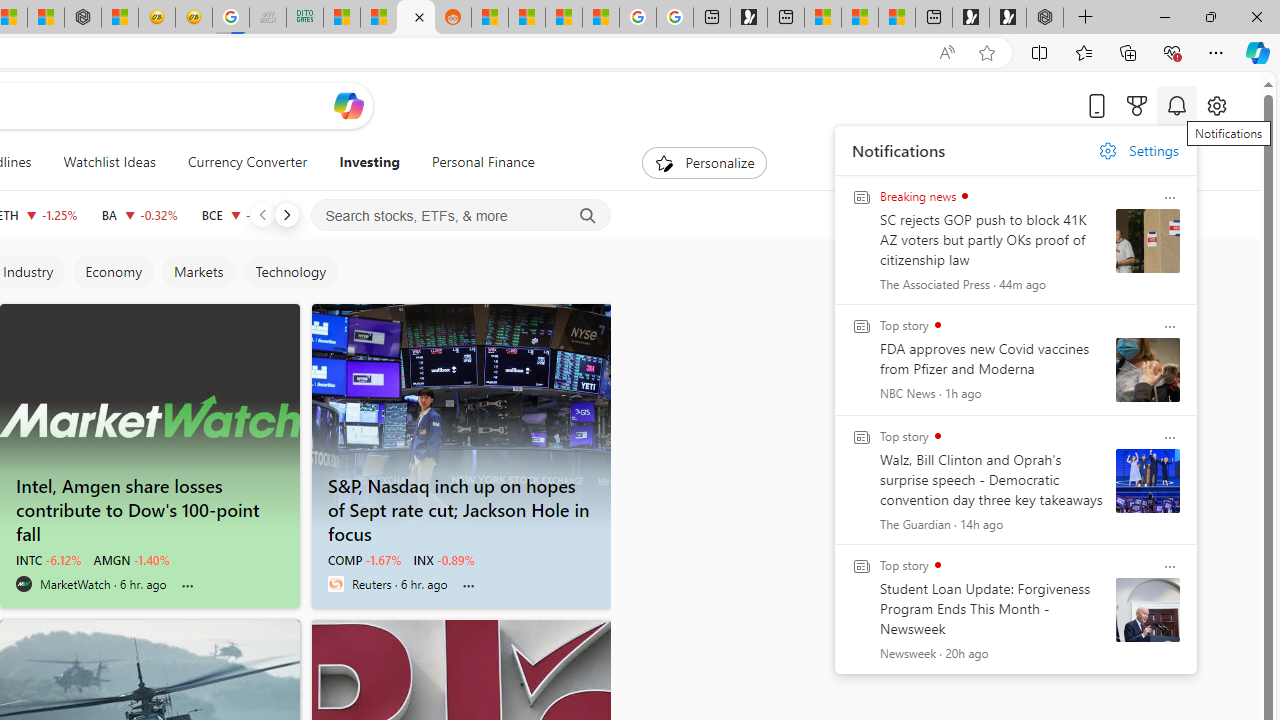 Image resolution: width=1280 pixels, height=720 pixels. What do you see at coordinates (348, 105) in the screenshot?
I see `'Open Copilot'` at bounding box center [348, 105].